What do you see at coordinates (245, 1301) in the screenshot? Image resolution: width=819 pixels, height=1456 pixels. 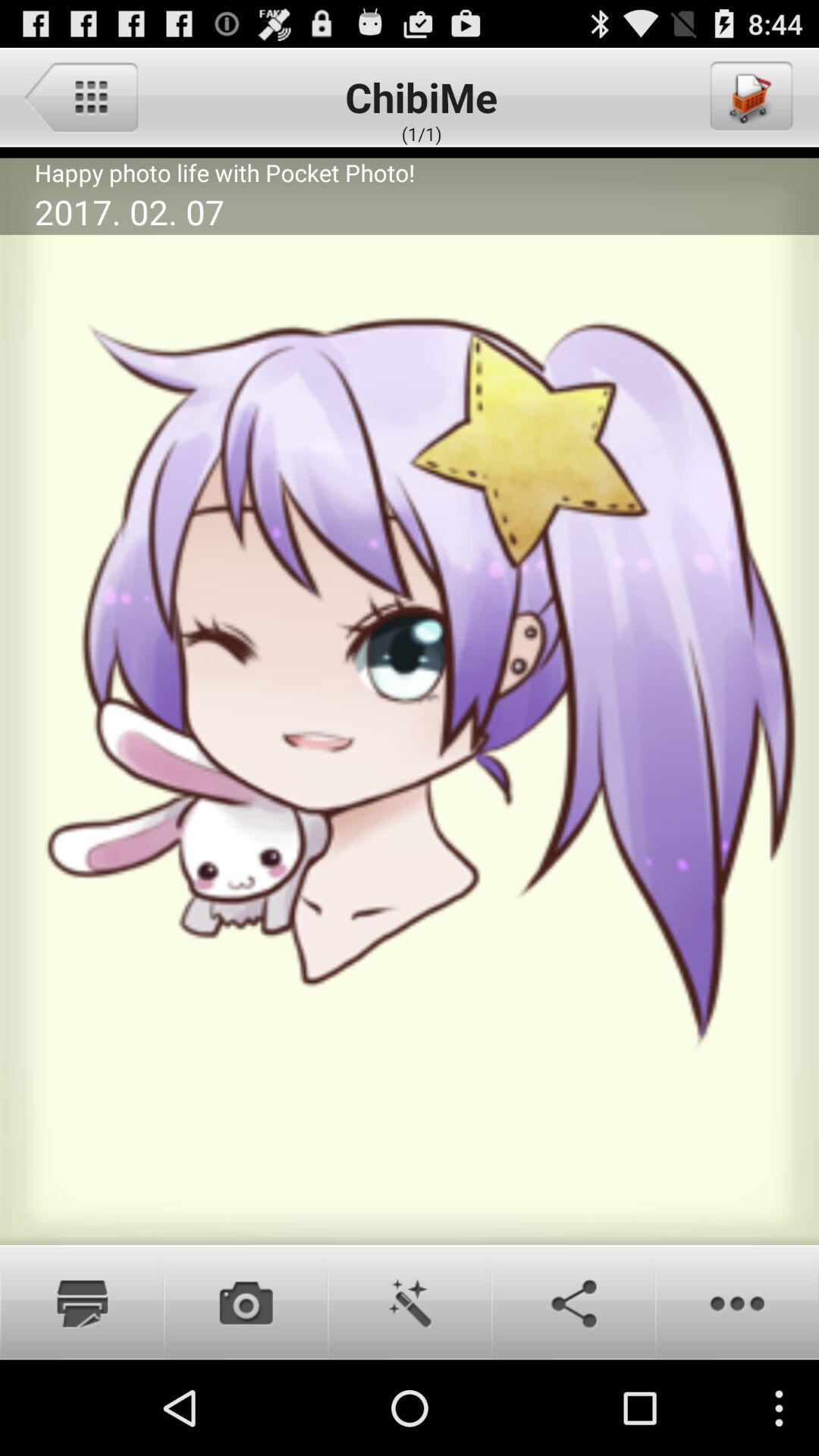 I see `camera` at bounding box center [245, 1301].